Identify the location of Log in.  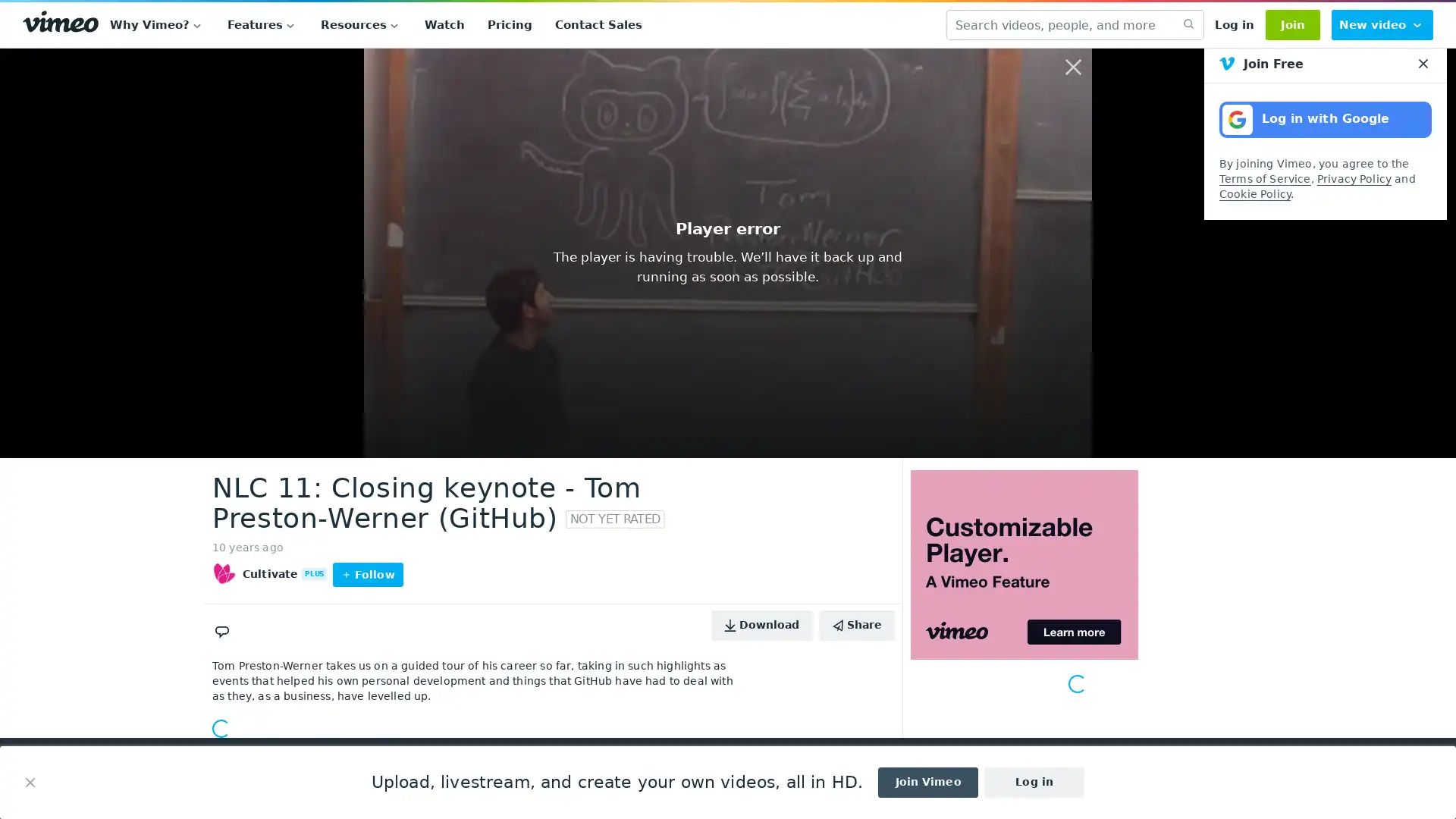
(1234, 25).